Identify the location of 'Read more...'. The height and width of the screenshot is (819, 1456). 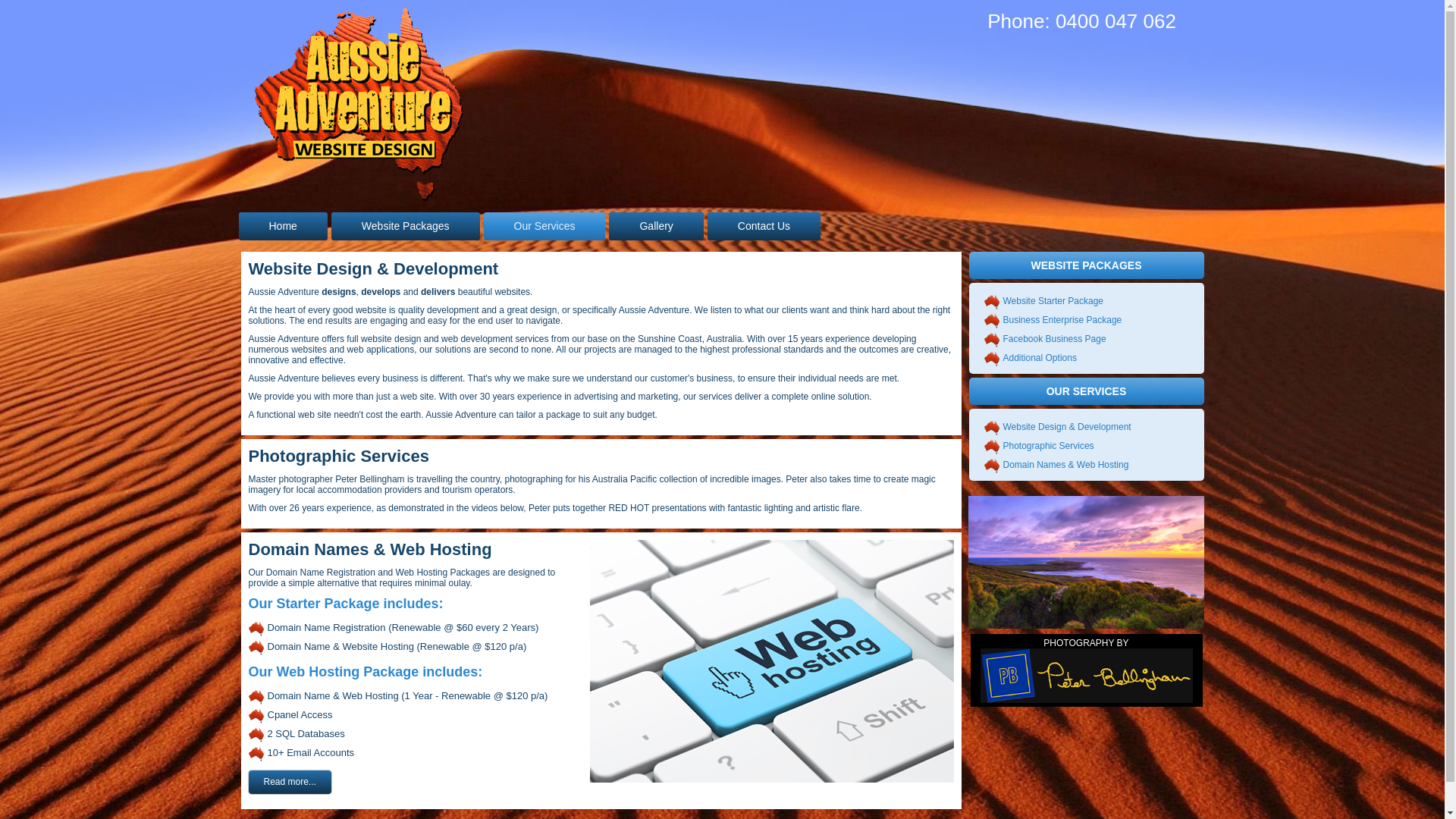
(248, 782).